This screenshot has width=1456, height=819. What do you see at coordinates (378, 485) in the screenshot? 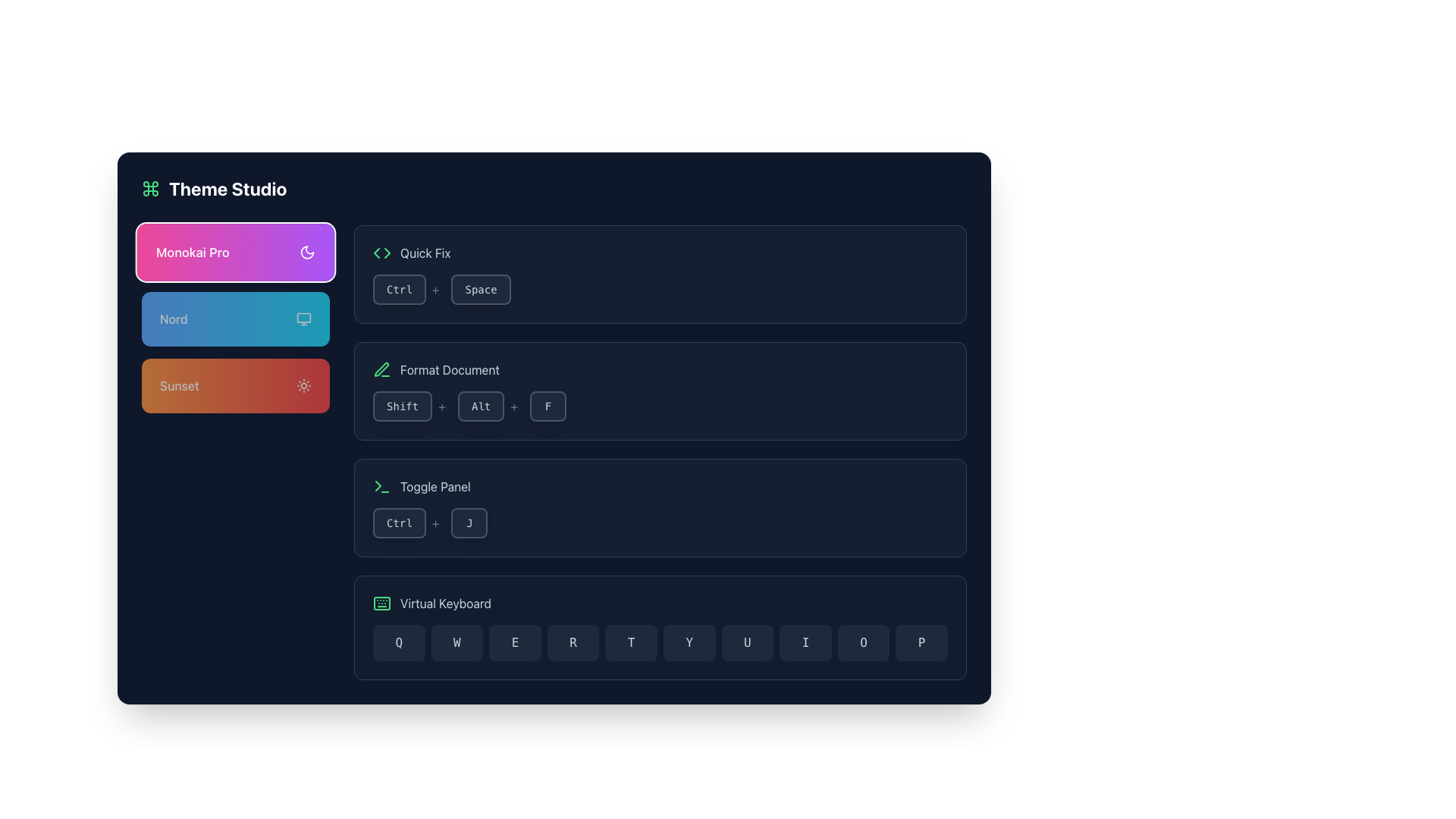
I see `the leftward pointing green chevron arrow within the terminal-themed SVG icon located on the left section of the application interface, near the 'Toggle Panel' functionality` at bounding box center [378, 485].